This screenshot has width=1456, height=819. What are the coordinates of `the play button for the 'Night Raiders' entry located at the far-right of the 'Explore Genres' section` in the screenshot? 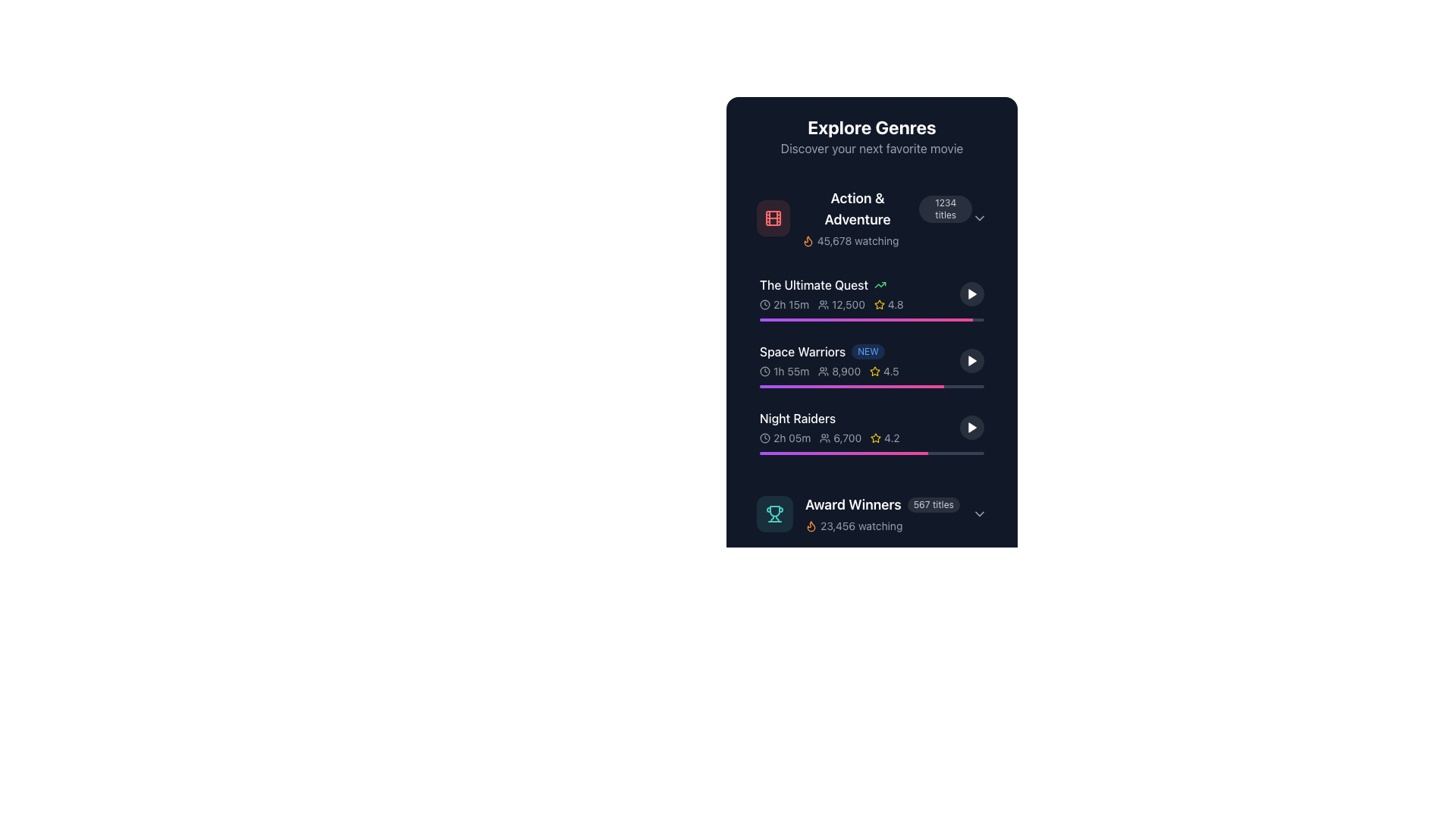 It's located at (971, 427).